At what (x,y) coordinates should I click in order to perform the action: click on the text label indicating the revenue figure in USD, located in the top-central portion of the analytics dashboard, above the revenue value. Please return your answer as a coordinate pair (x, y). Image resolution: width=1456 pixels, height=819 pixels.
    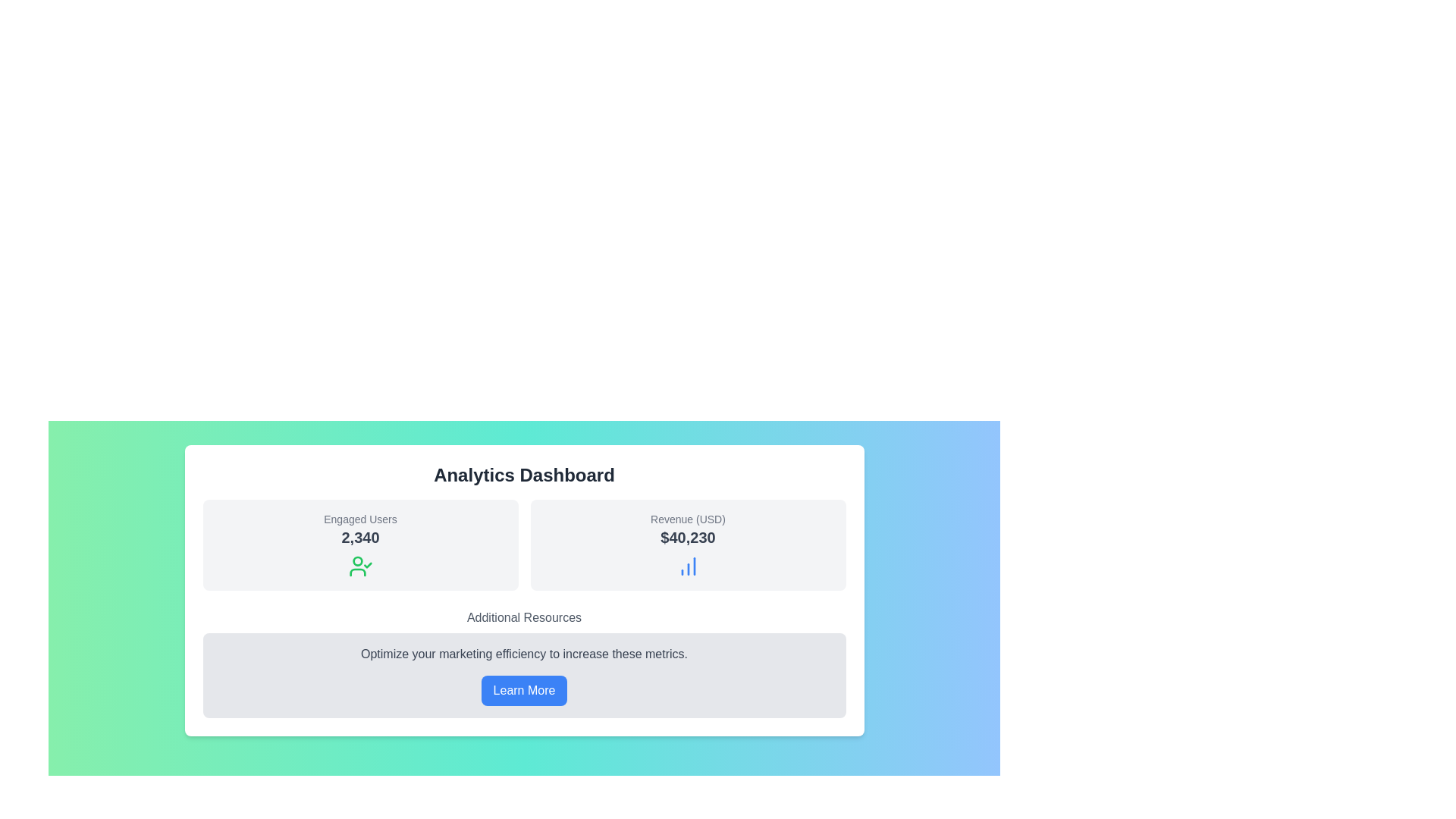
    Looking at the image, I should click on (687, 519).